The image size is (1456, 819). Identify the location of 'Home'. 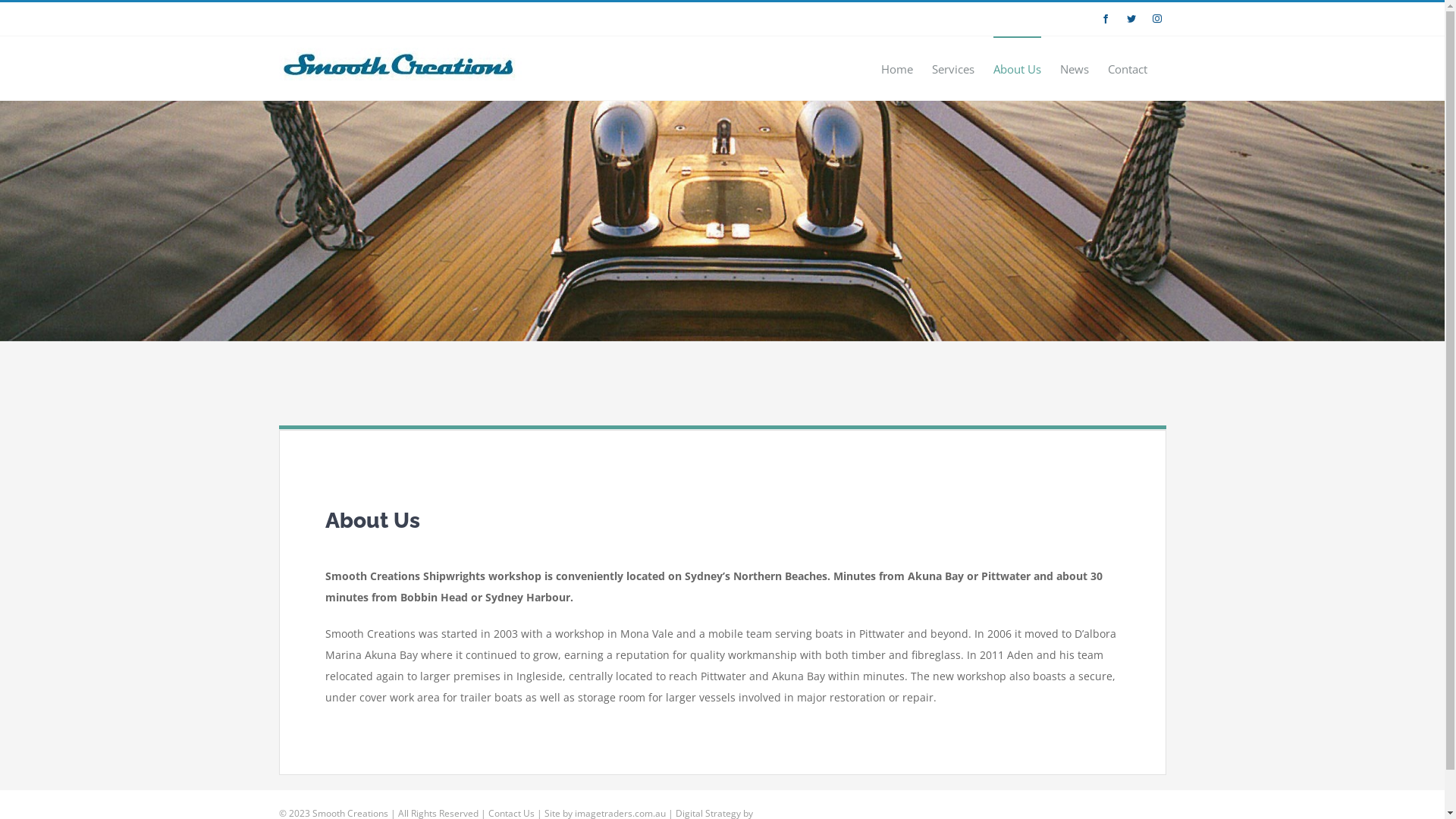
(896, 67).